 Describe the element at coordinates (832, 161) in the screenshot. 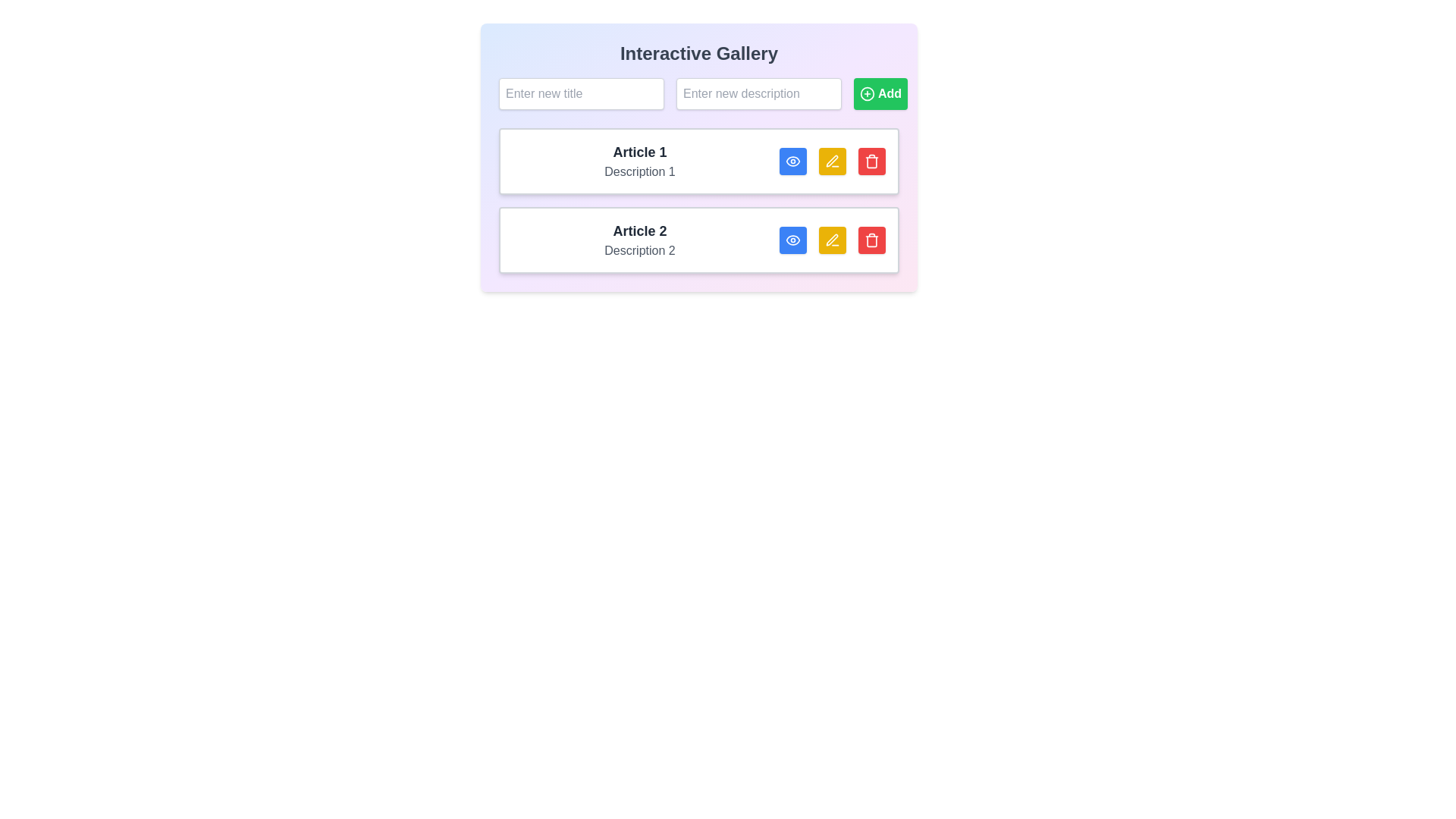

I see `the edit icon button located between the blue eye icon and the red trash bin icon to initiate editing for 'Article 1'` at that location.